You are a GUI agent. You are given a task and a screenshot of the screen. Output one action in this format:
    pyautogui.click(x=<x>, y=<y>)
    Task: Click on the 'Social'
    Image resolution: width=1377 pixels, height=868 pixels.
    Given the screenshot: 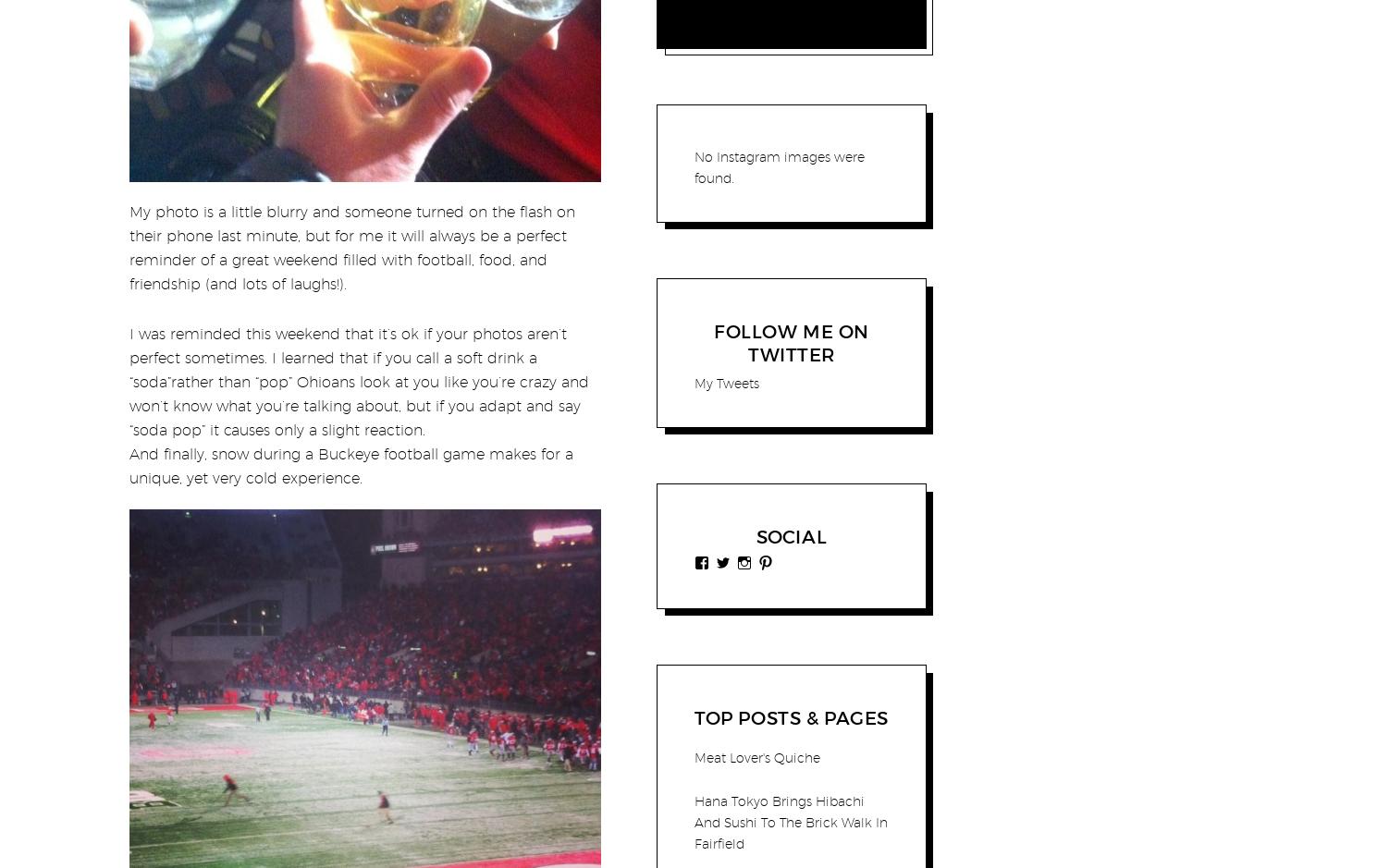 What is the action you would take?
    pyautogui.click(x=791, y=536)
    